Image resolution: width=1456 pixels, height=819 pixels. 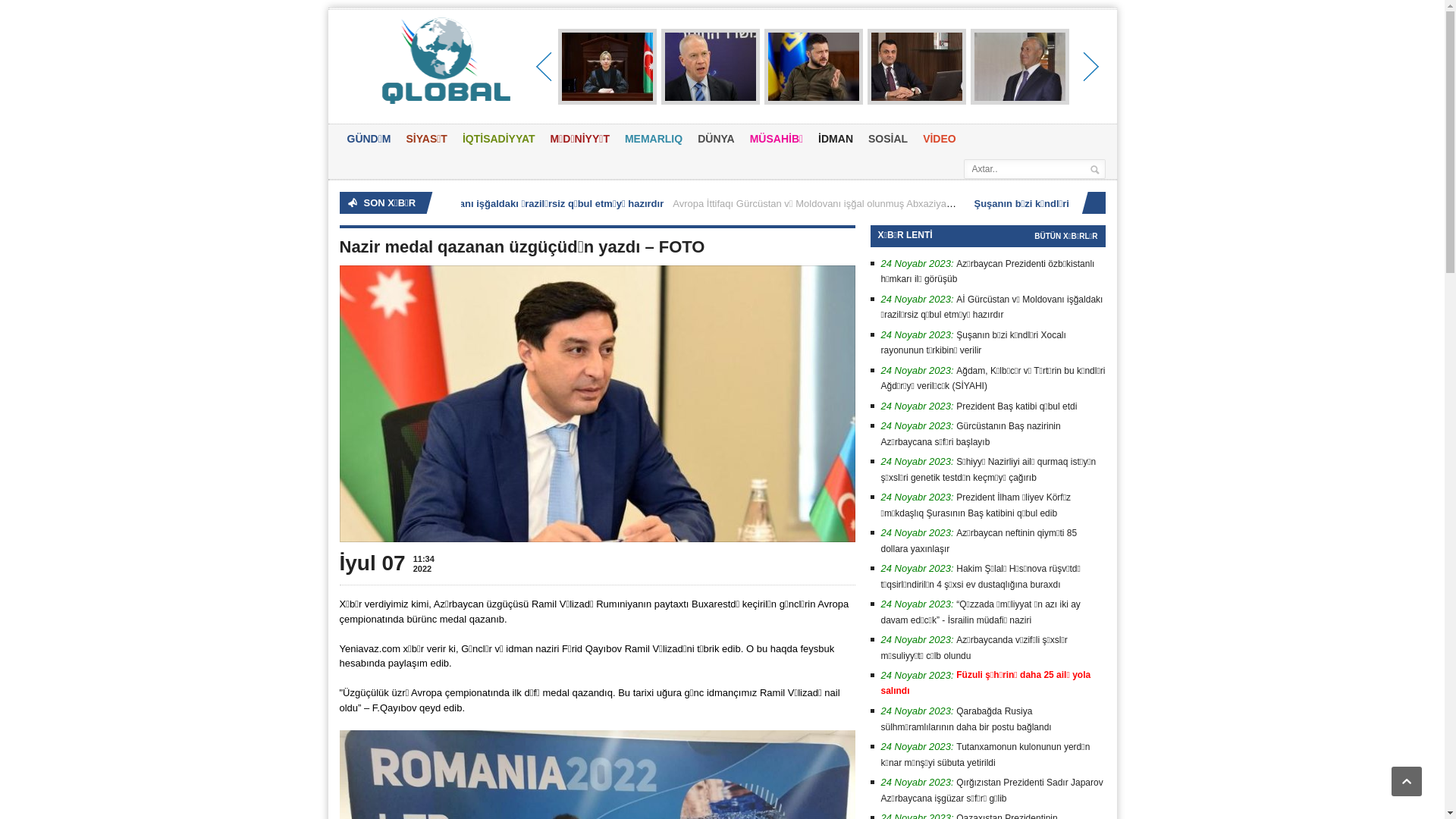 I want to click on 'MEMARLIQ', so click(x=654, y=140).